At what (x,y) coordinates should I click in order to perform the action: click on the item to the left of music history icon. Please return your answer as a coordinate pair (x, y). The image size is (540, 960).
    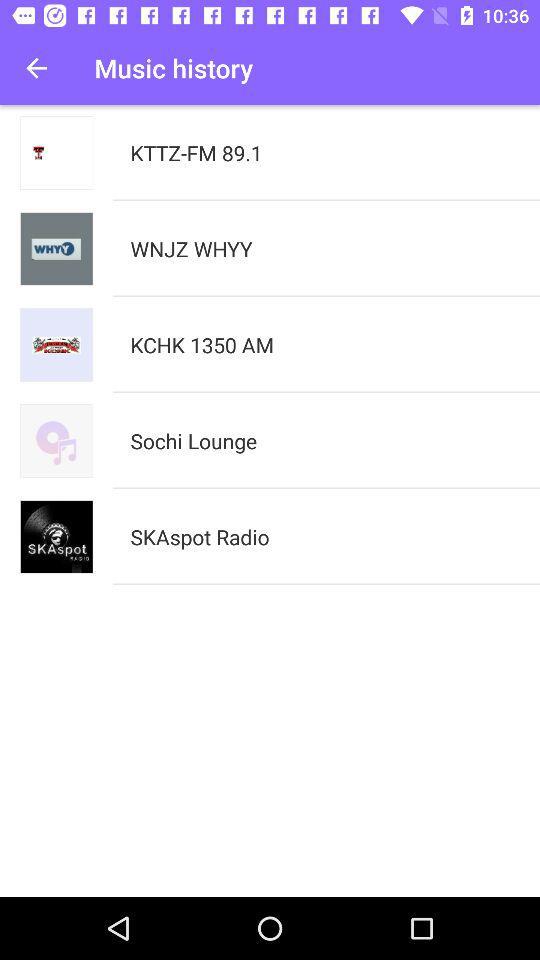
    Looking at the image, I should click on (36, 68).